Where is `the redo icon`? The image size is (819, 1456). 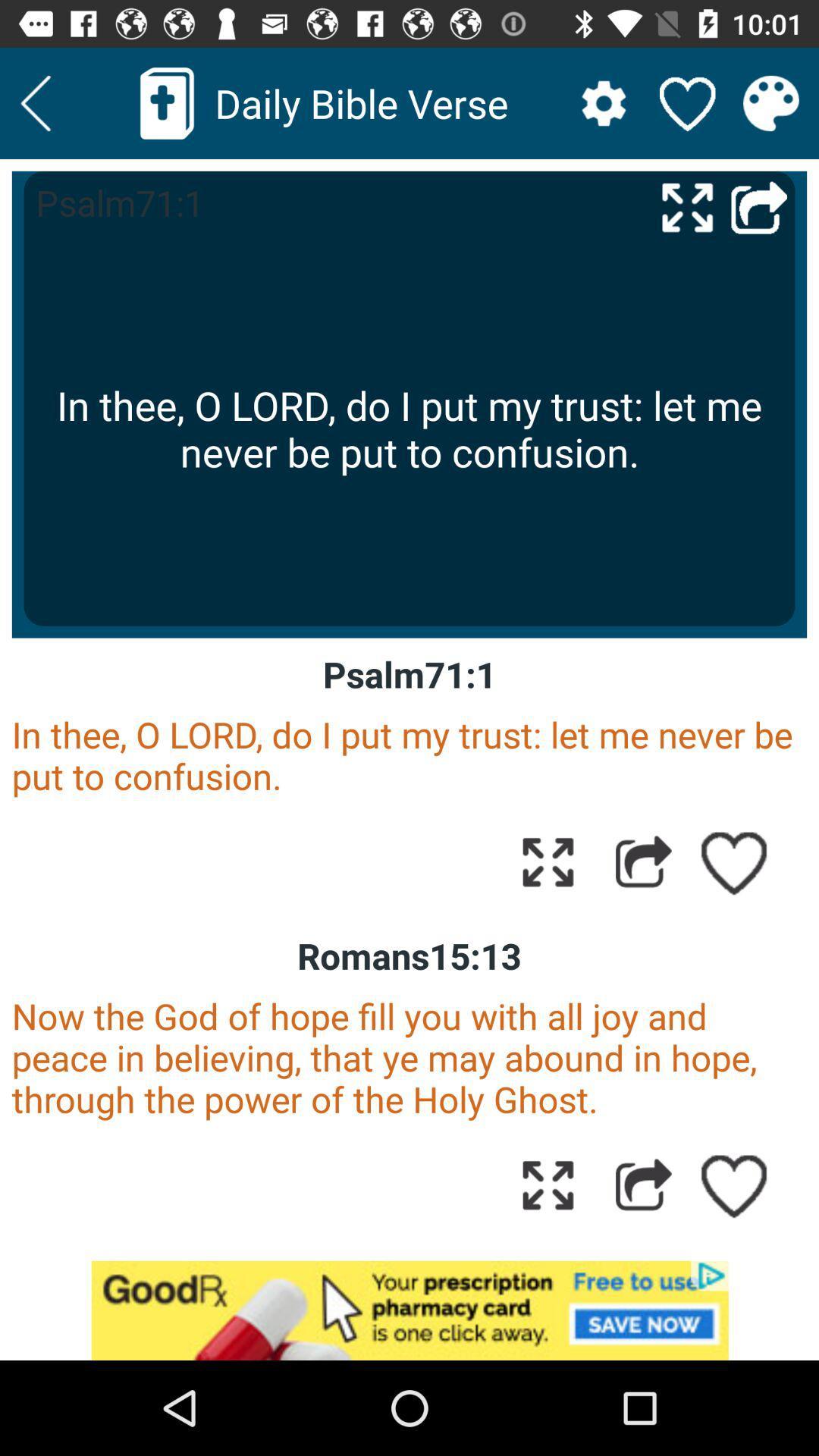 the redo icon is located at coordinates (759, 206).